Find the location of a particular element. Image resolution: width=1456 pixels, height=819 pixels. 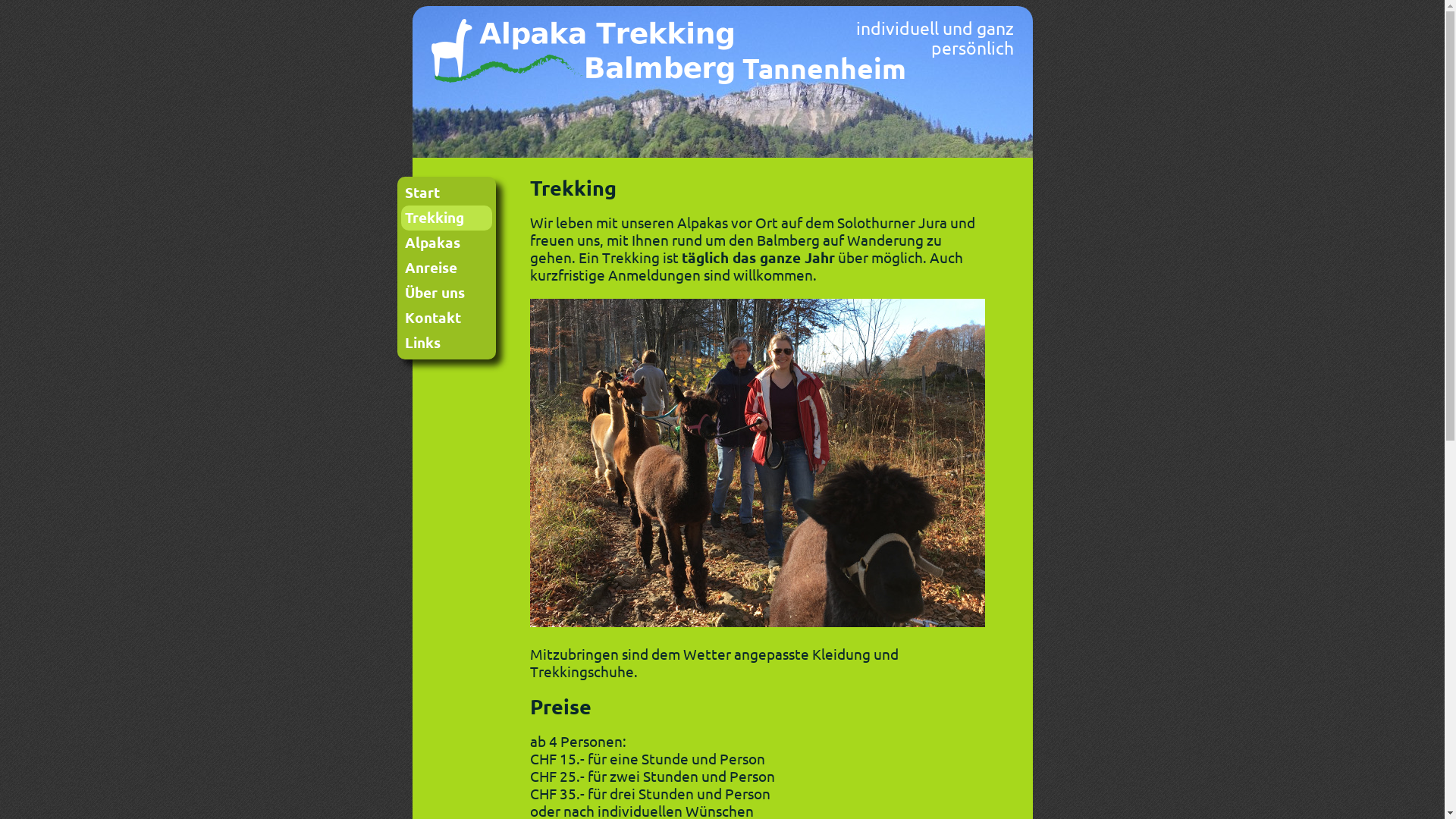

'Kontakt' is located at coordinates (400, 317).